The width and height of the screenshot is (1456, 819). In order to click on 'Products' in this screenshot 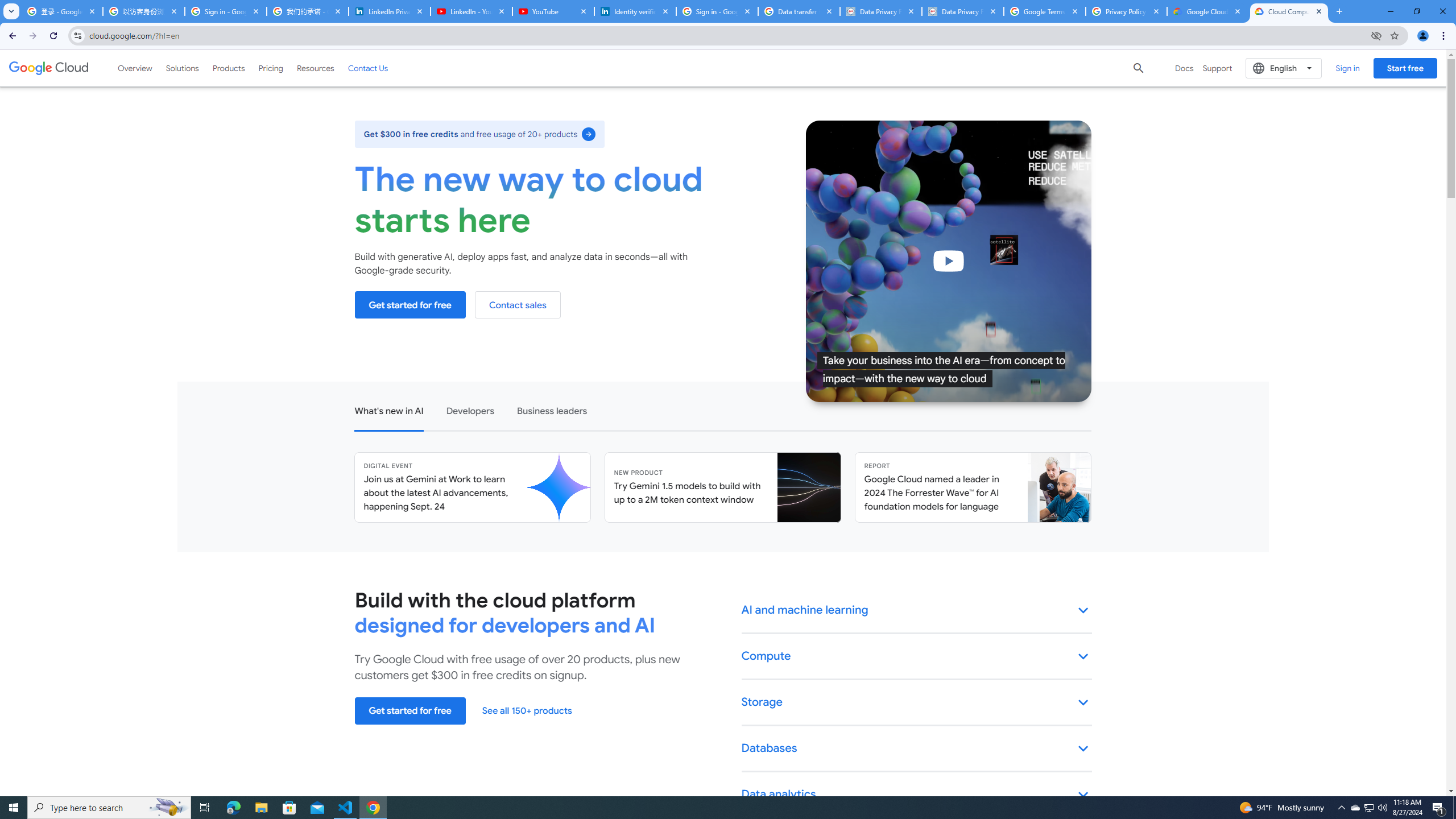, I will do `click(227, 67)`.